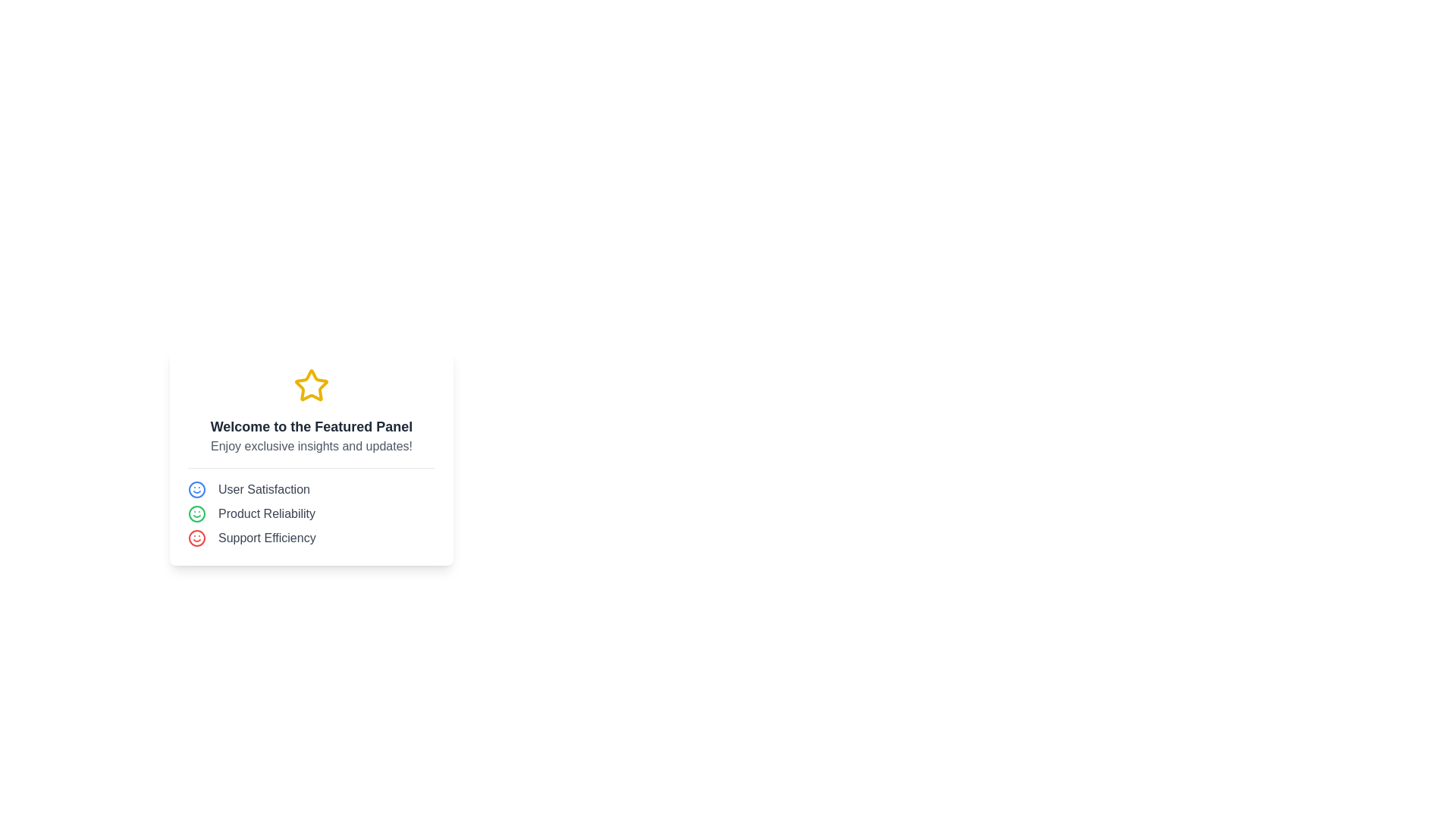 The width and height of the screenshot is (1456, 819). What do you see at coordinates (311, 507) in the screenshot?
I see `the visual icons associated with the 'Product Reliability' item in the List with icon-text pairs located at the lower section of the 'Welcome to the Featured Panel'` at bounding box center [311, 507].